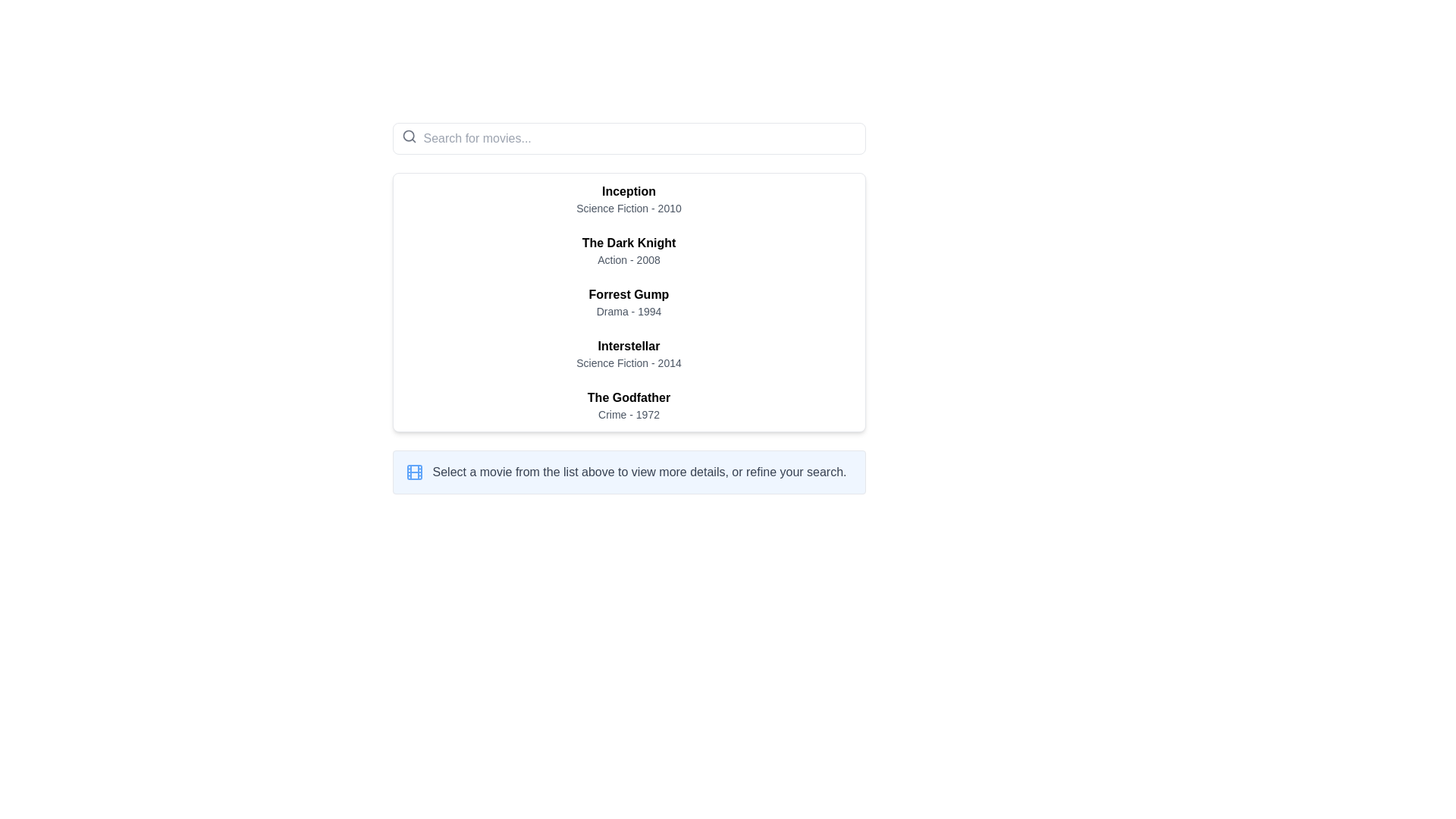  I want to click on bold, sans-serif text element 'Interstellar', which is the fourth item in a vertical list of movie entries, so click(629, 346).